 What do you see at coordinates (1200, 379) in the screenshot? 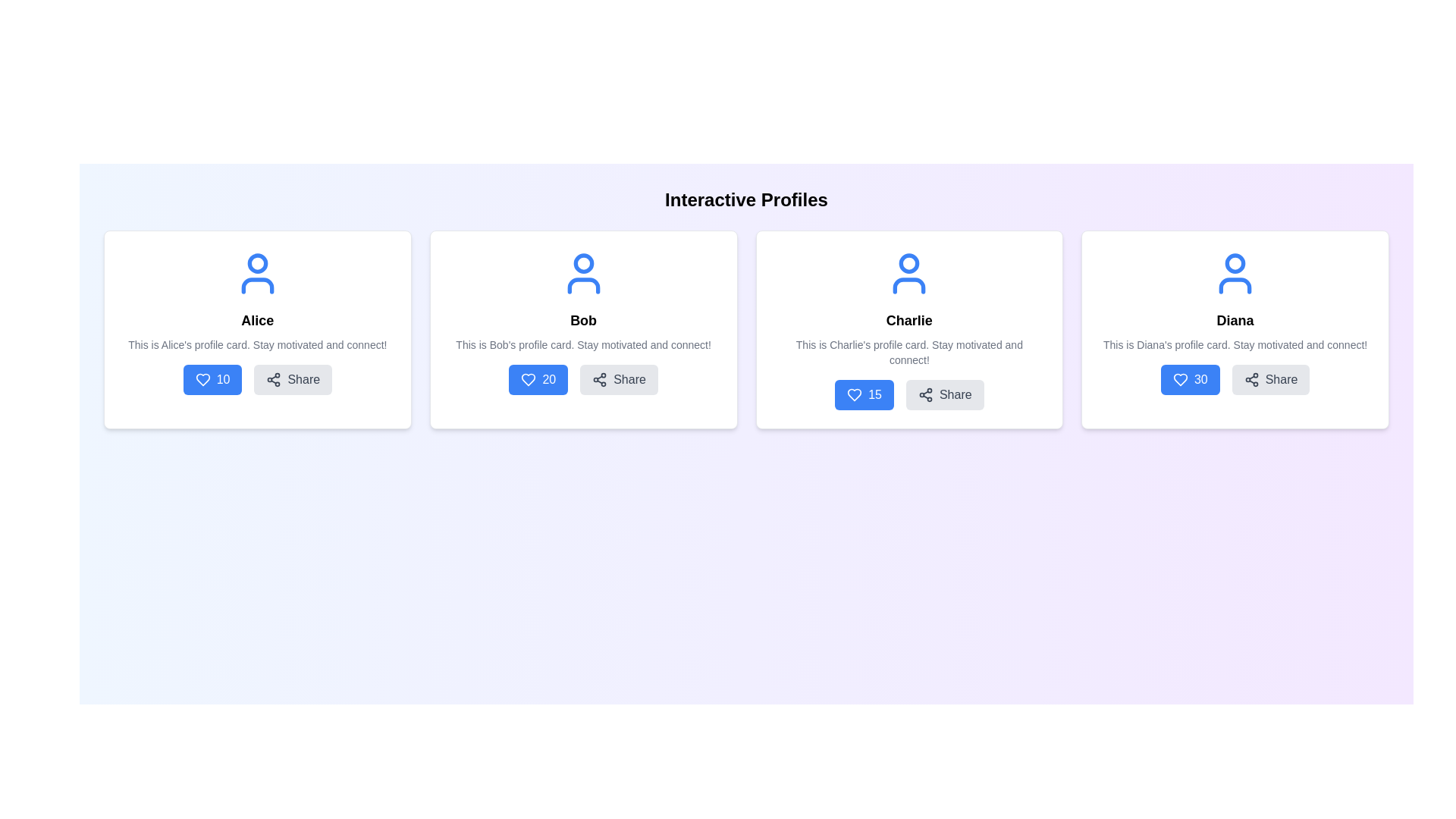
I see `the text label displaying the number '30' within the blue button on the fourth profile card labeled 'Diana', located to the right of the heart icon` at bounding box center [1200, 379].